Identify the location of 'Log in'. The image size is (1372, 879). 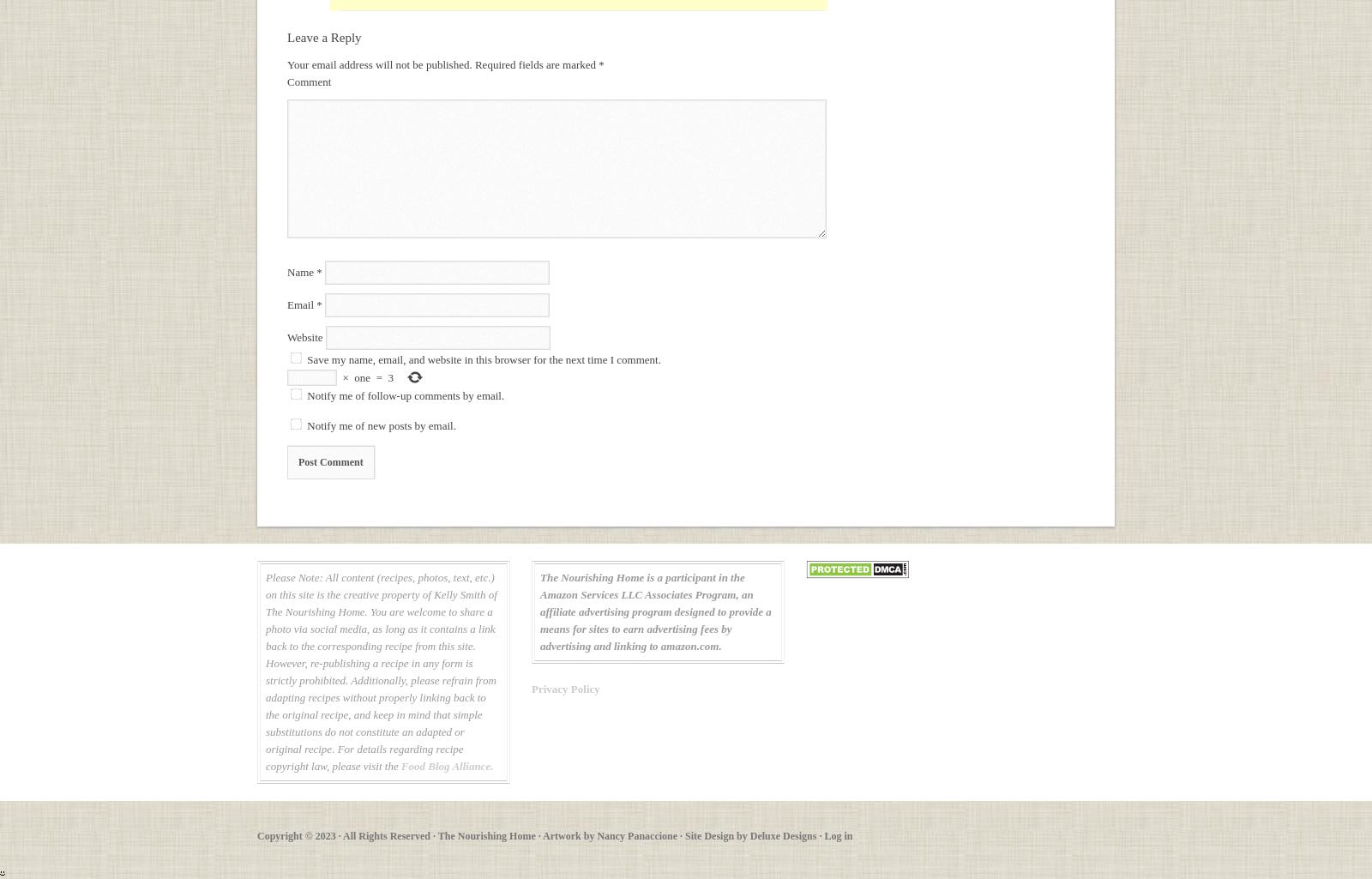
(822, 835).